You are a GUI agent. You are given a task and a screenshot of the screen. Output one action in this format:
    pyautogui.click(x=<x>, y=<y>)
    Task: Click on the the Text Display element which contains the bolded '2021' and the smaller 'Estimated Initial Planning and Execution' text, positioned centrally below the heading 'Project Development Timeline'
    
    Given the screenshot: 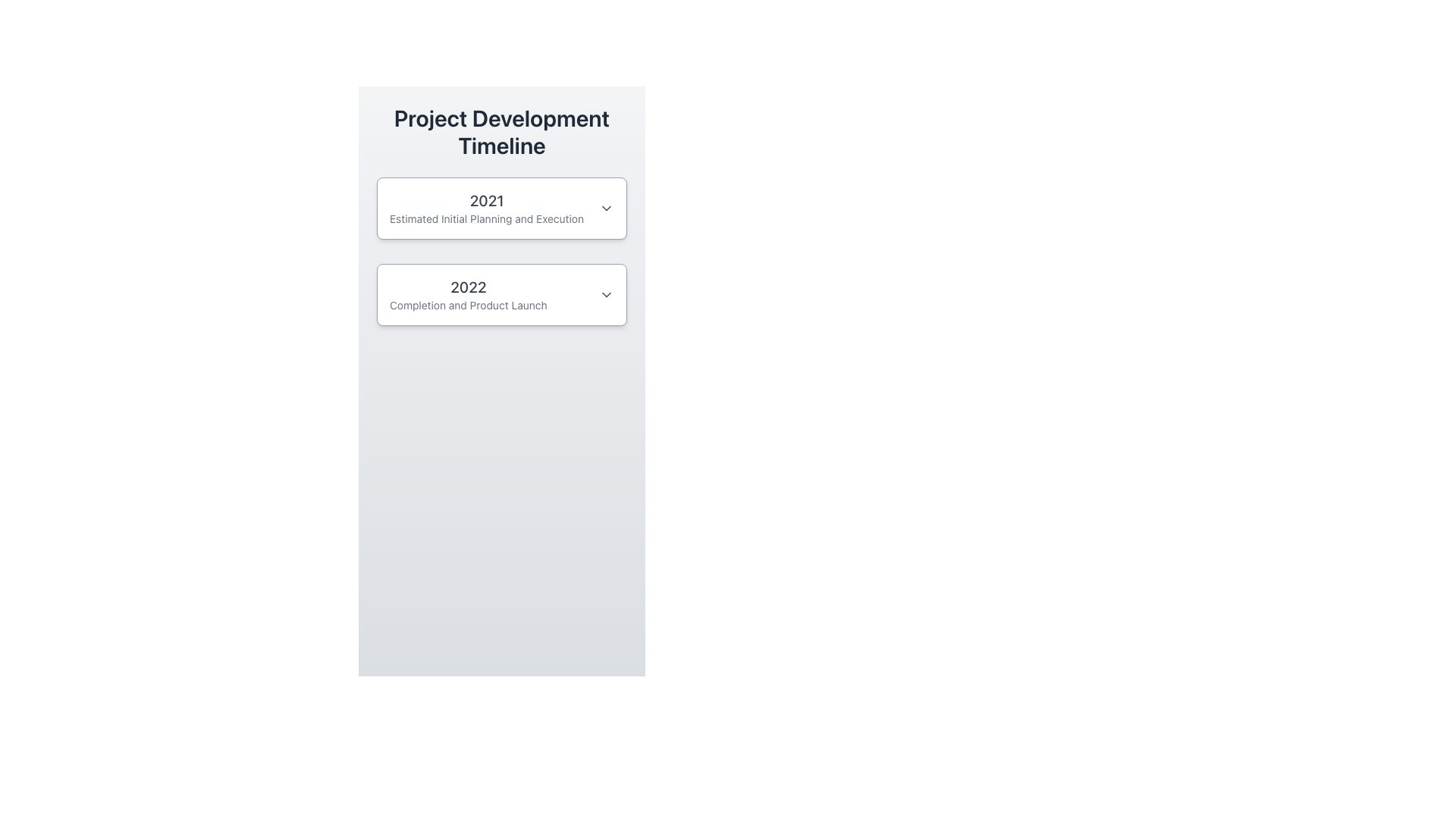 What is the action you would take?
    pyautogui.click(x=487, y=208)
    